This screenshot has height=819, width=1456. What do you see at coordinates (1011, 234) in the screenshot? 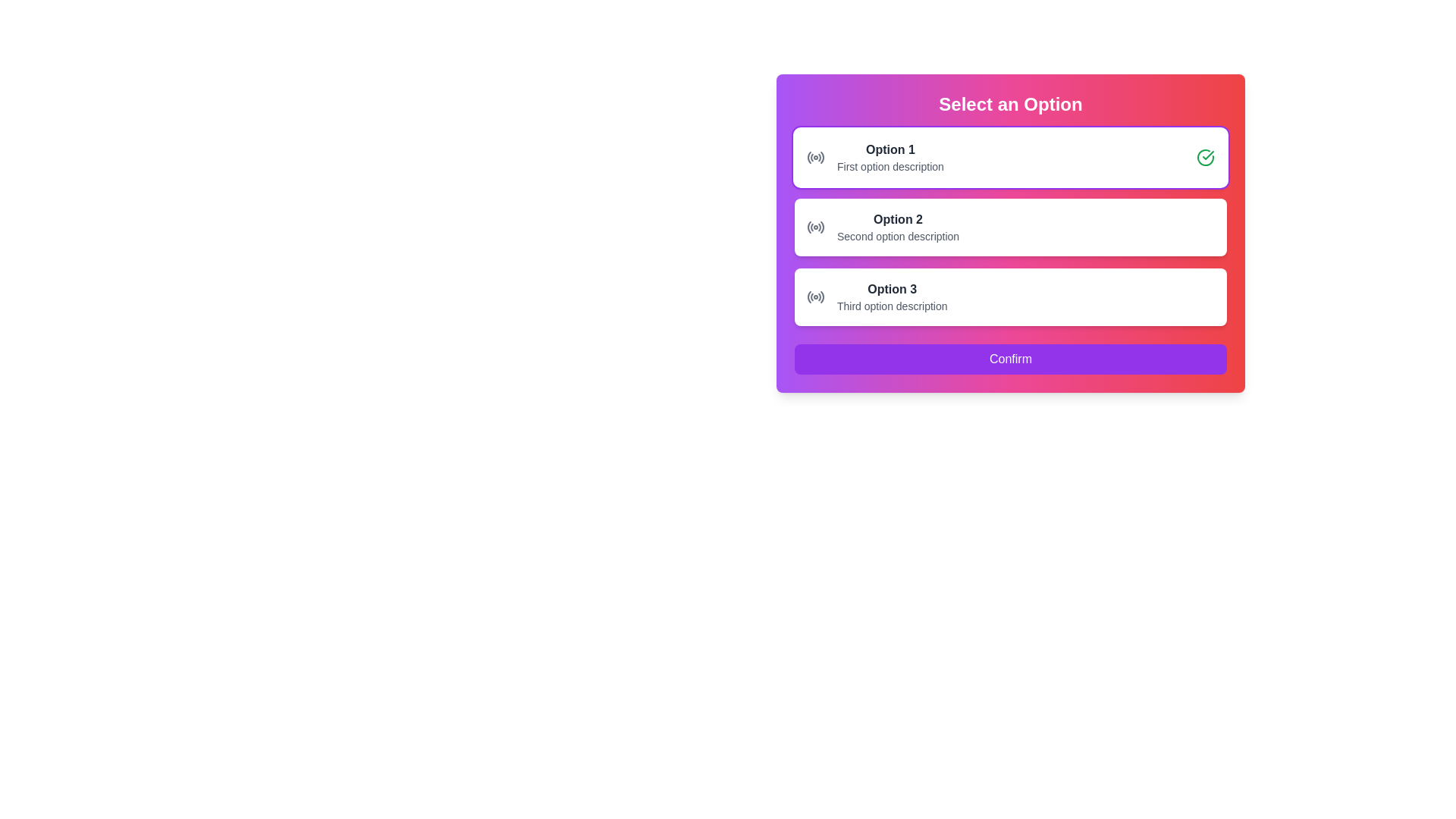
I see `the second option in the choice selection box located centrally in the modal below the title` at bounding box center [1011, 234].